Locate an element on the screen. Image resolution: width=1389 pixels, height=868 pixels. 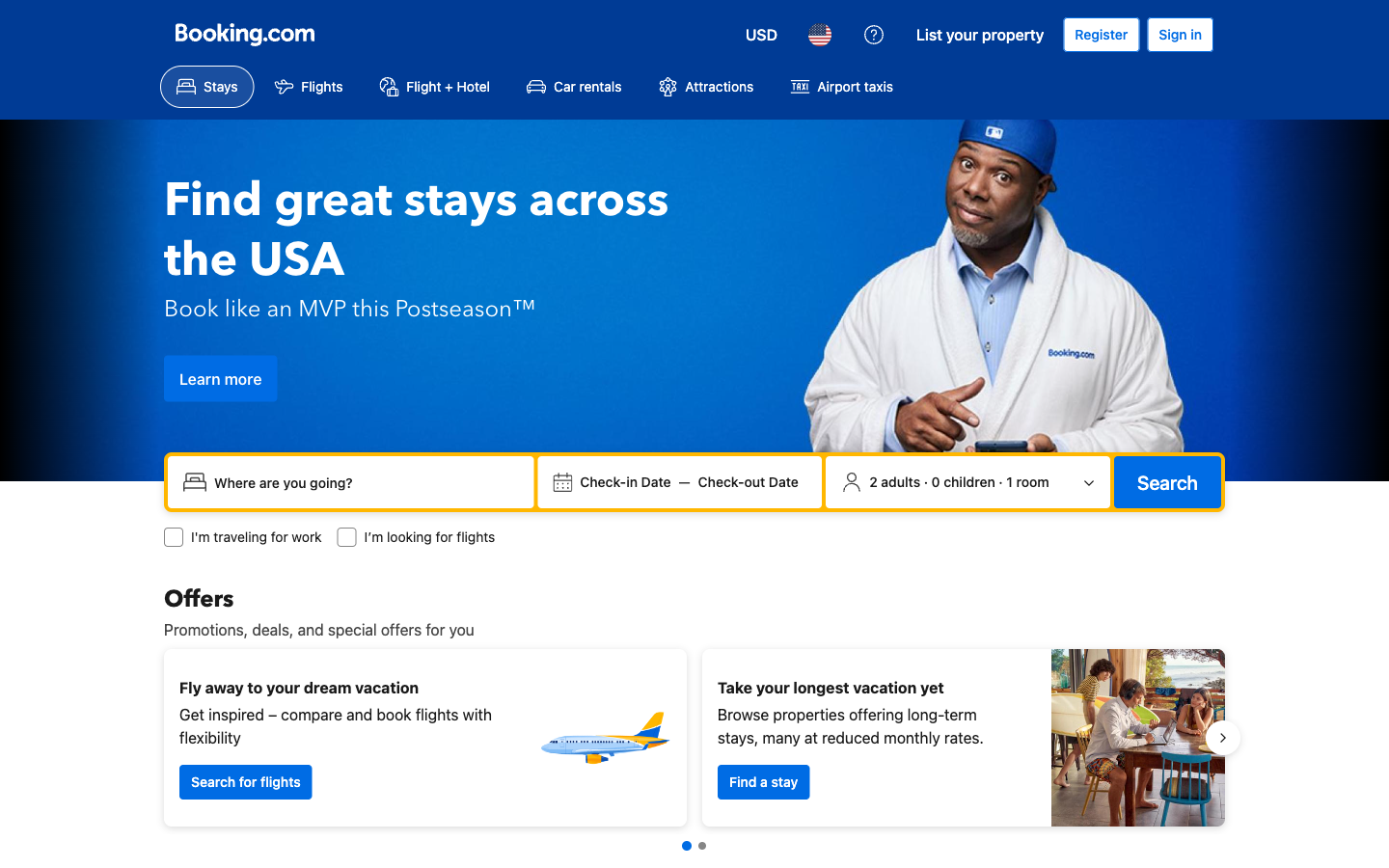
lodging options by clicking the Stays button is located at coordinates (206, 86).